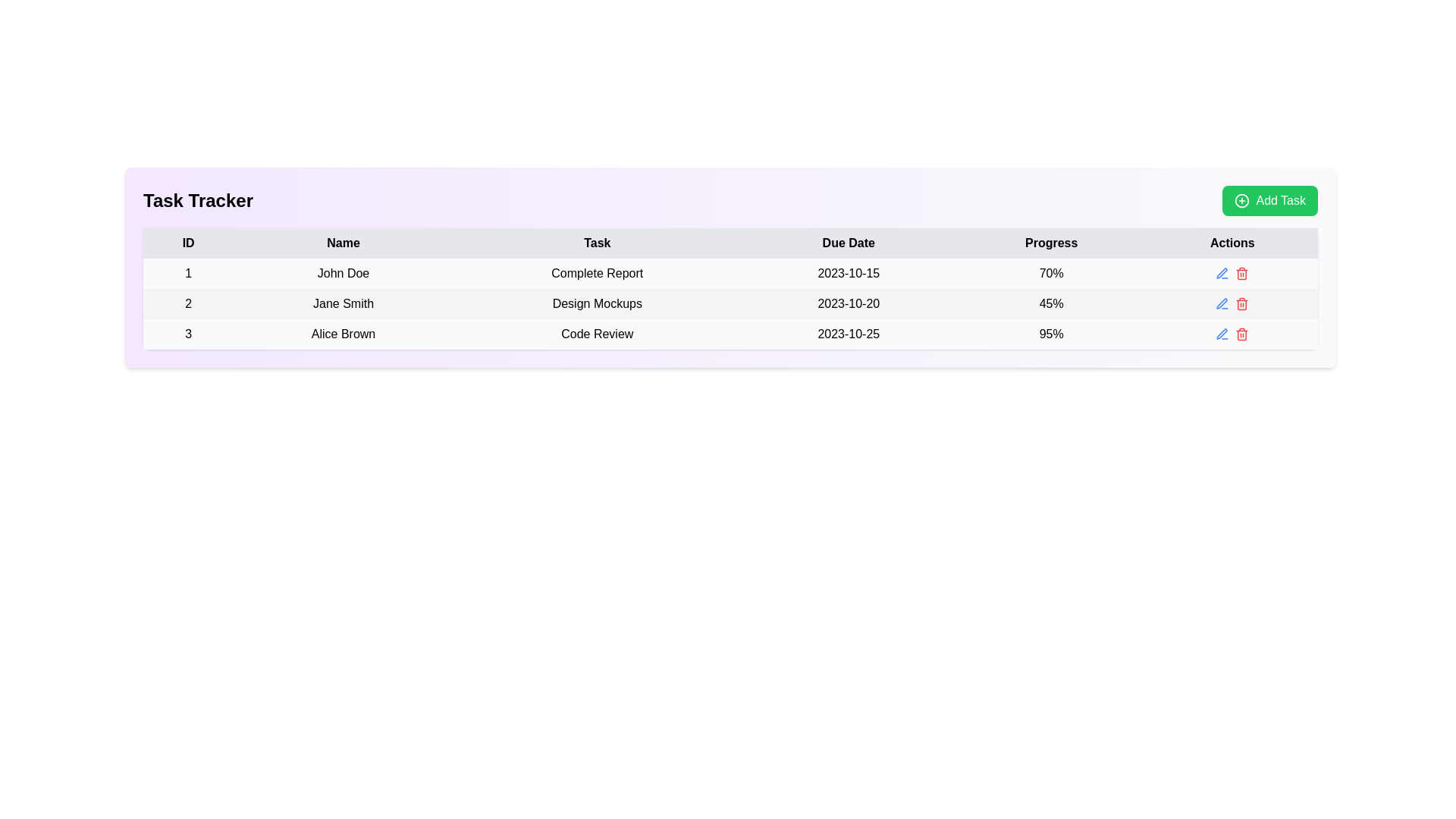  I want to click on the red trash bin icon button in the 'Actions' column for the task 'Design Mockups', so click(1242, 304).